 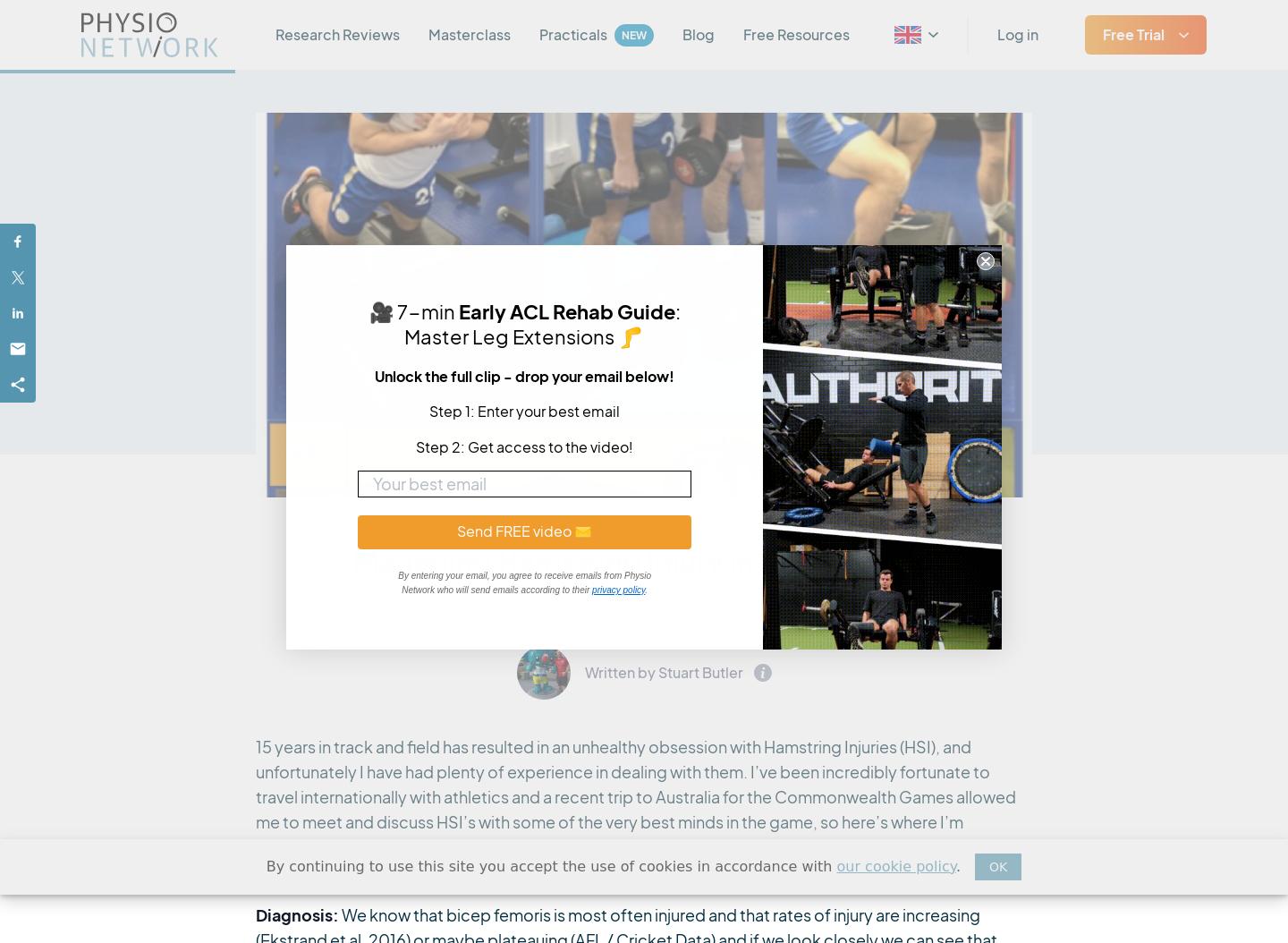 I want to click on 'FR', so click(x=924, y=157).